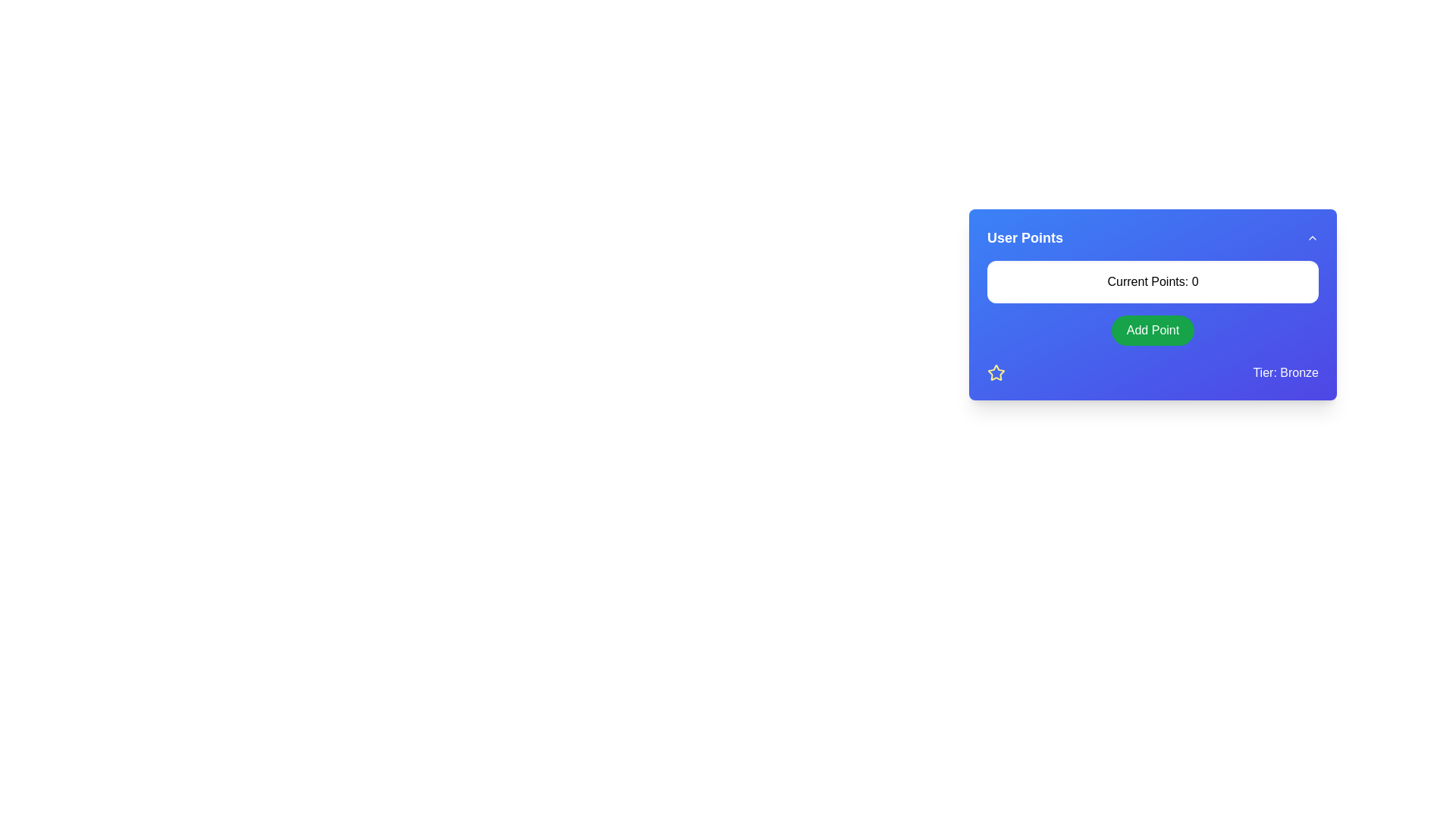 This screenshot has height=819, width=1456. I want to click on the 'Add Point' button, which has a green background and white centered text, so click(1153, 341).